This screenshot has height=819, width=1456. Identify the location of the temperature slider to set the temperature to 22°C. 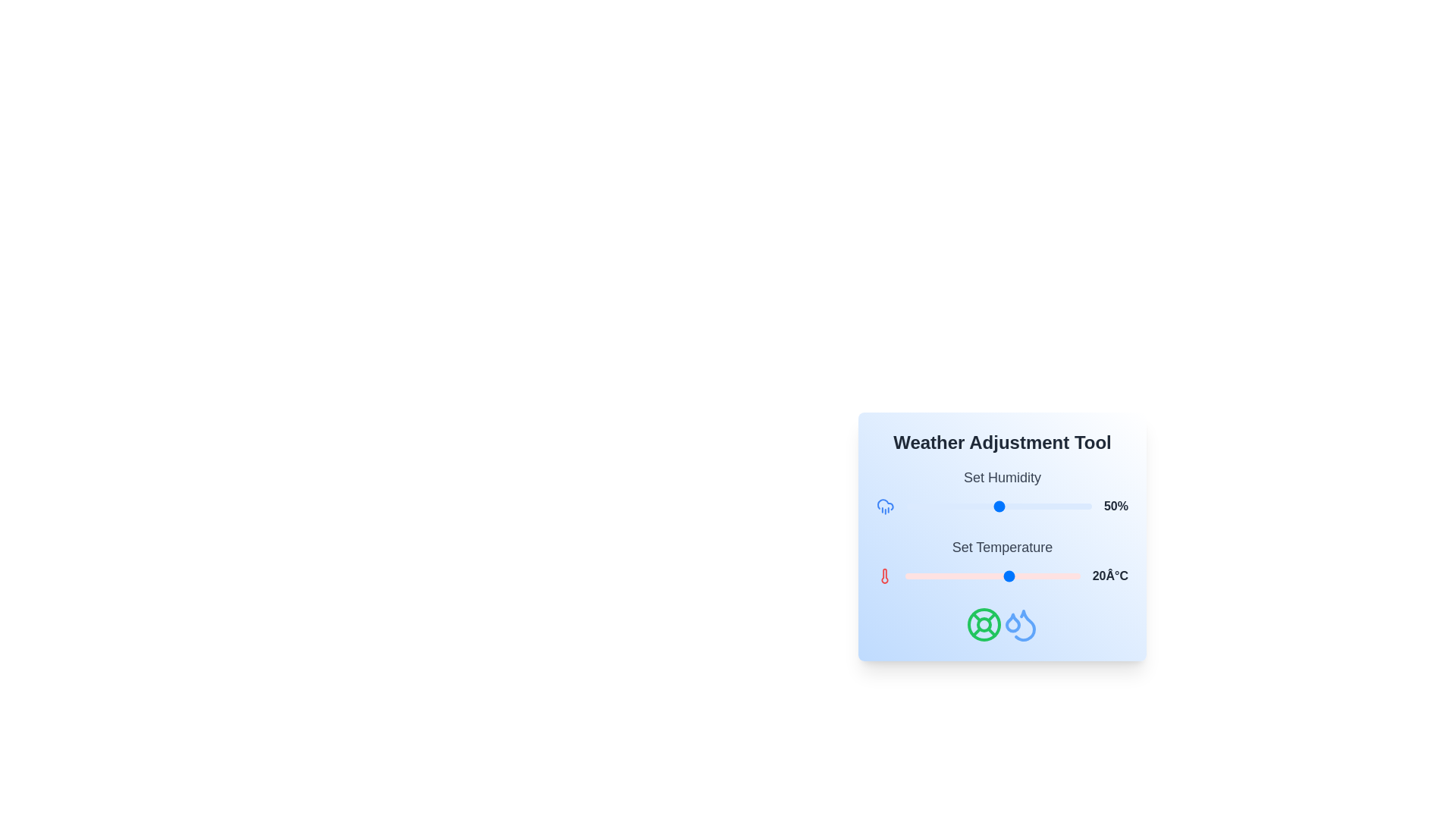
(1017, 576).